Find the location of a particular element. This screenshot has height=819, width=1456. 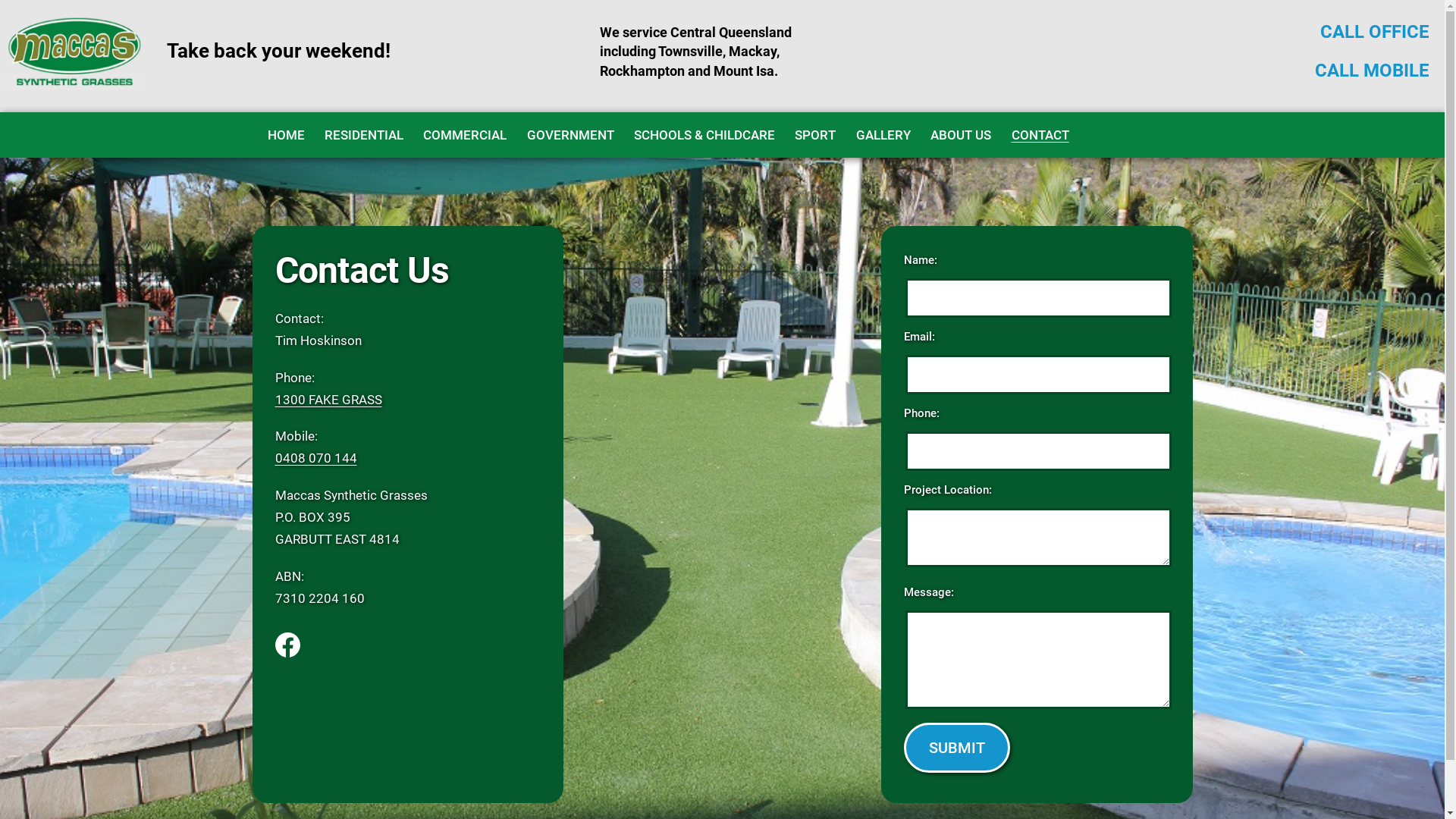

'CALL MOBILE' is located at coordinates (1372, 70).